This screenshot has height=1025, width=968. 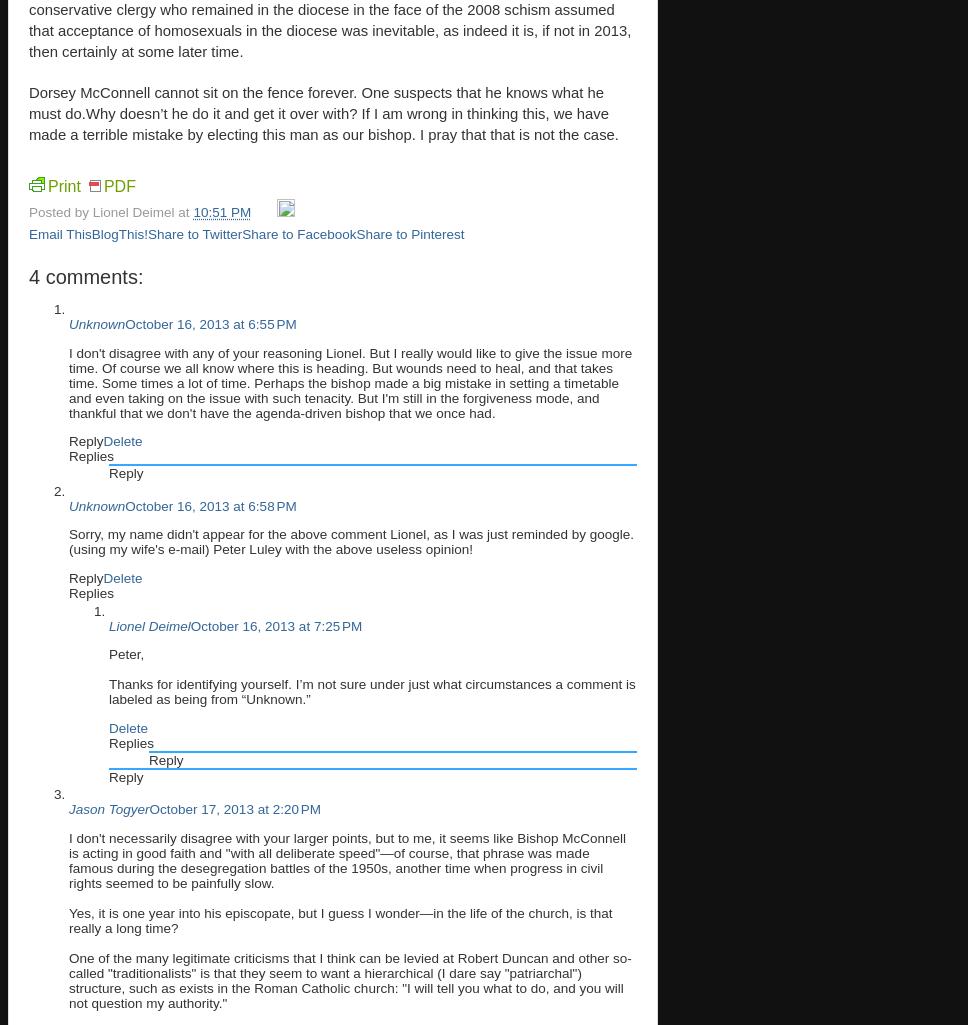 What do you see at coordinates (347, 859) in the screenshot?
I see `'I don't necessarily disagree with your larger points, but to me, it seems like Bishop McConnell is acting in good faith and "with all deliberate speed"—of course, that phrase was made famous during the desegregation battles of the 1950s, another time when progress in civil rights seemed to be painfully slow.'` at bounding box center [347, 859].